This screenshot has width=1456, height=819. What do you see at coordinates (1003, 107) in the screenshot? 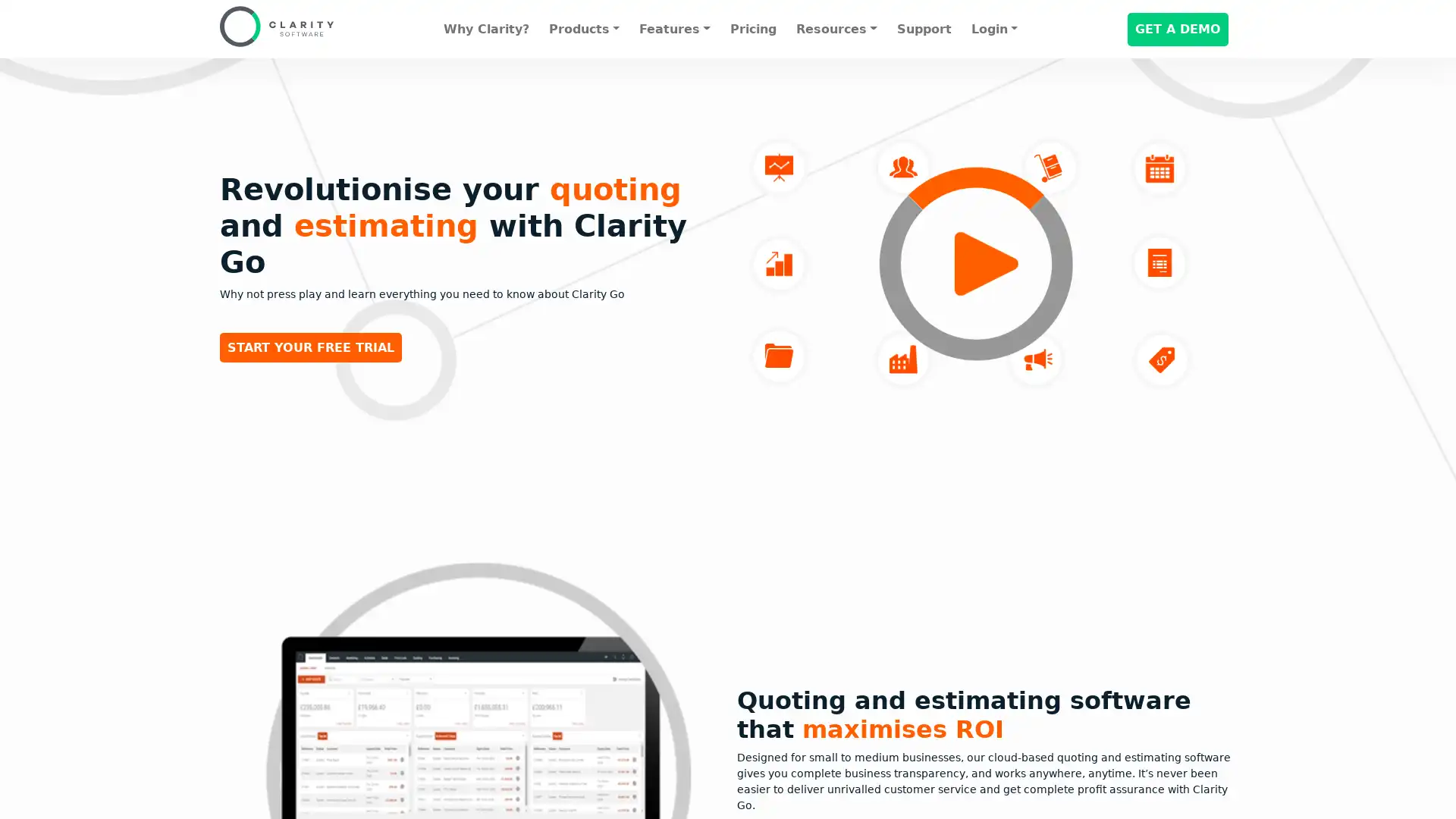
I see `Decline` at bounding box center [1003, 107].